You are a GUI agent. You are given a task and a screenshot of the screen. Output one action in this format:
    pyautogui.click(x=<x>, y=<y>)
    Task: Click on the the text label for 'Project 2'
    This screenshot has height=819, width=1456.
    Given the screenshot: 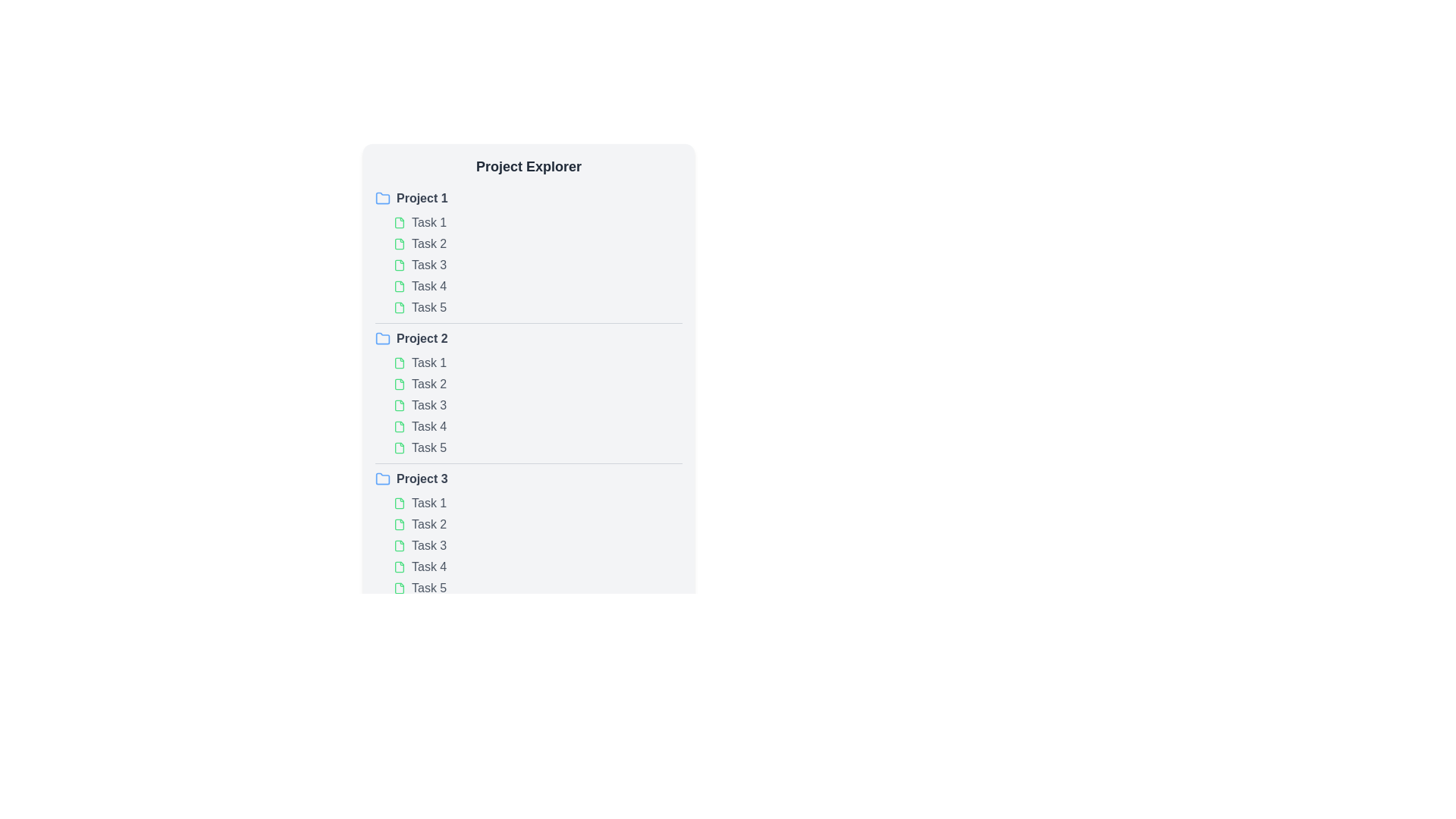 What is the action you would take?
    pyautogui.click(x=422, y=338)
    